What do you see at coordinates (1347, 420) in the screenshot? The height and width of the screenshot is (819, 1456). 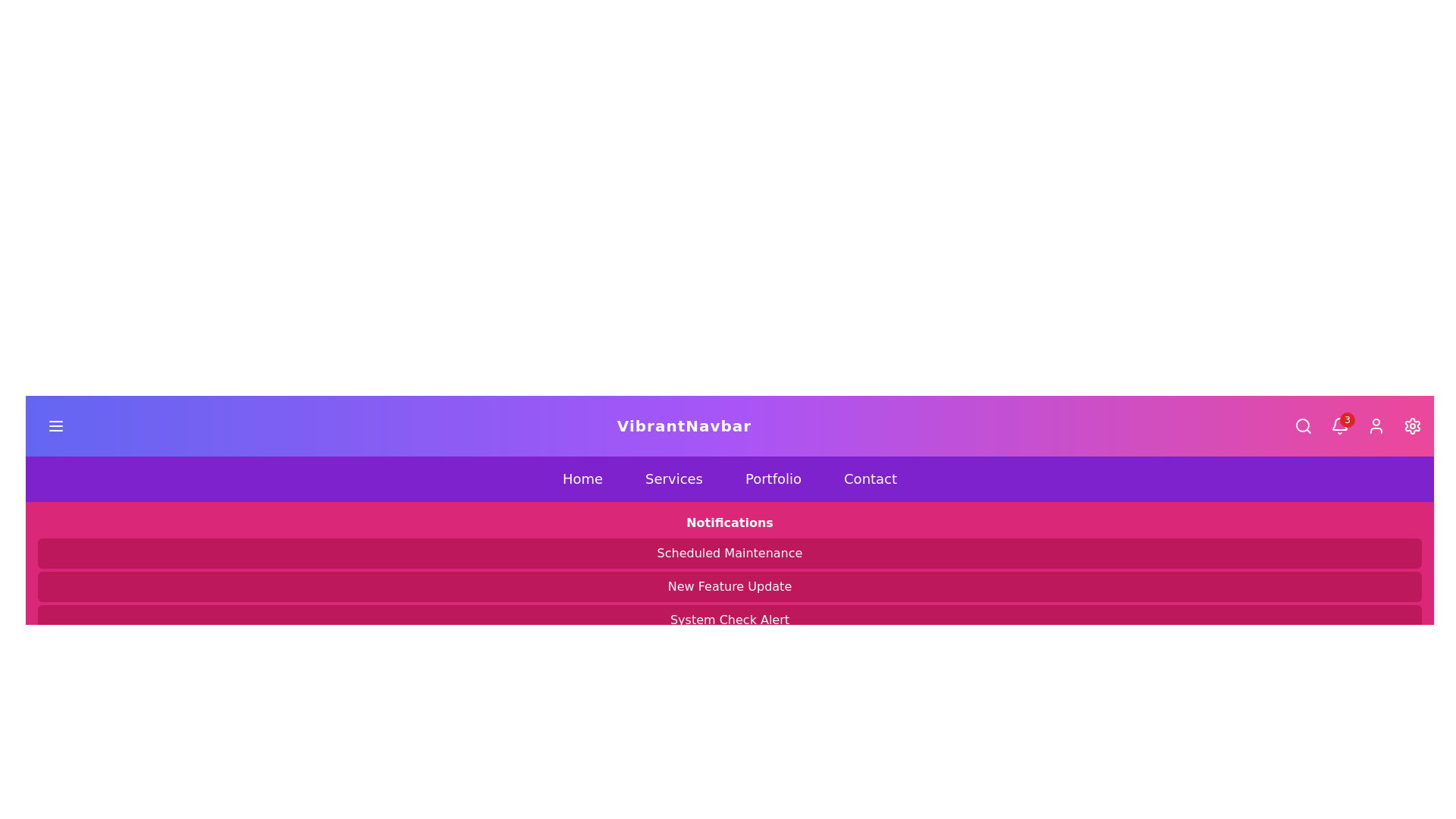 I see `the notification badge displaying the number '3', which is a small circular red badge positioned on top of a bell icon in the navigation bar` at bounding box center [1347, 420].